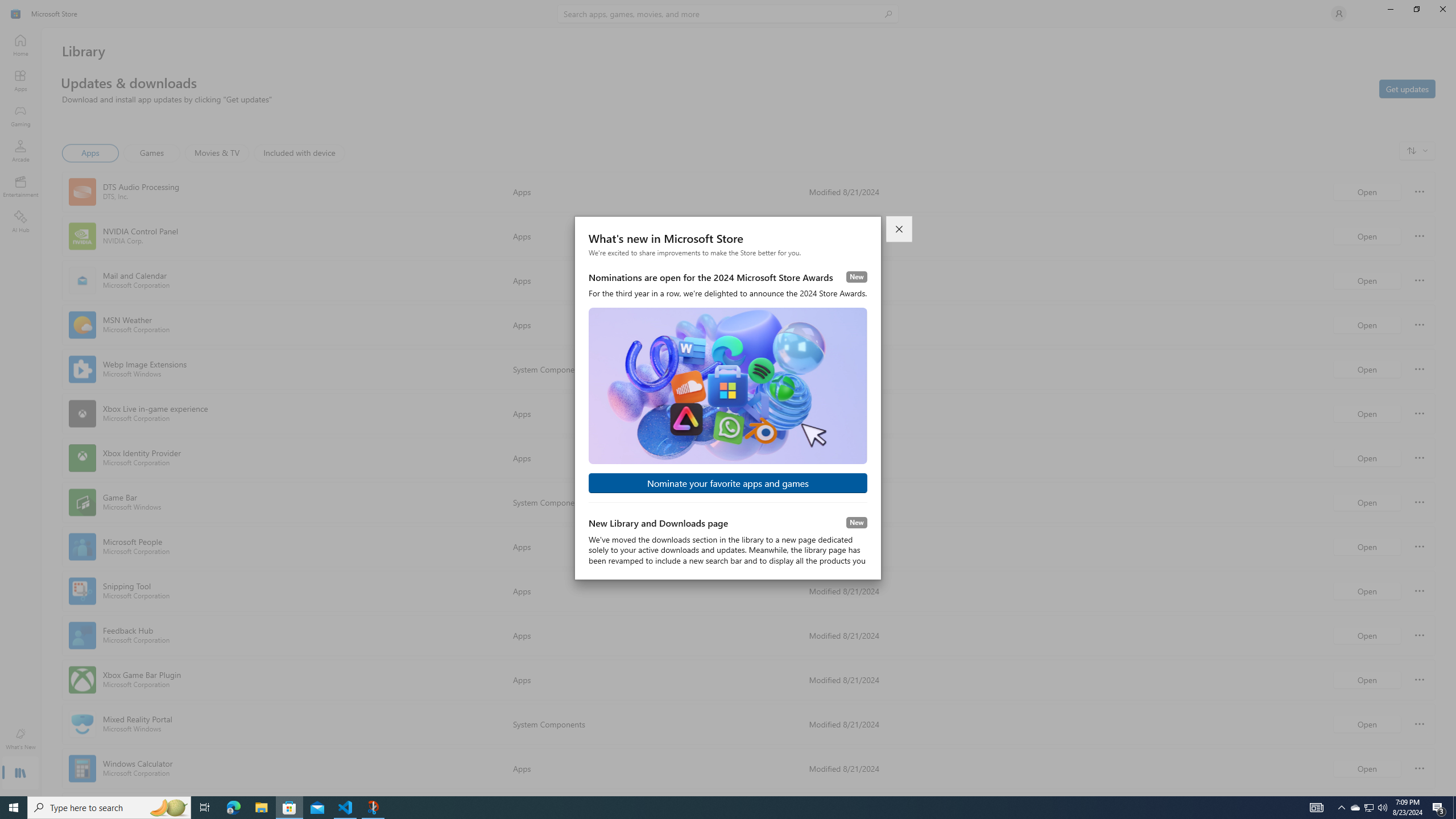 This screenshot has width=1456, height=819. What do you see at coordinates (19, 773) in the screenshot?
I see `'Library'` at bounding box center [19, 773].